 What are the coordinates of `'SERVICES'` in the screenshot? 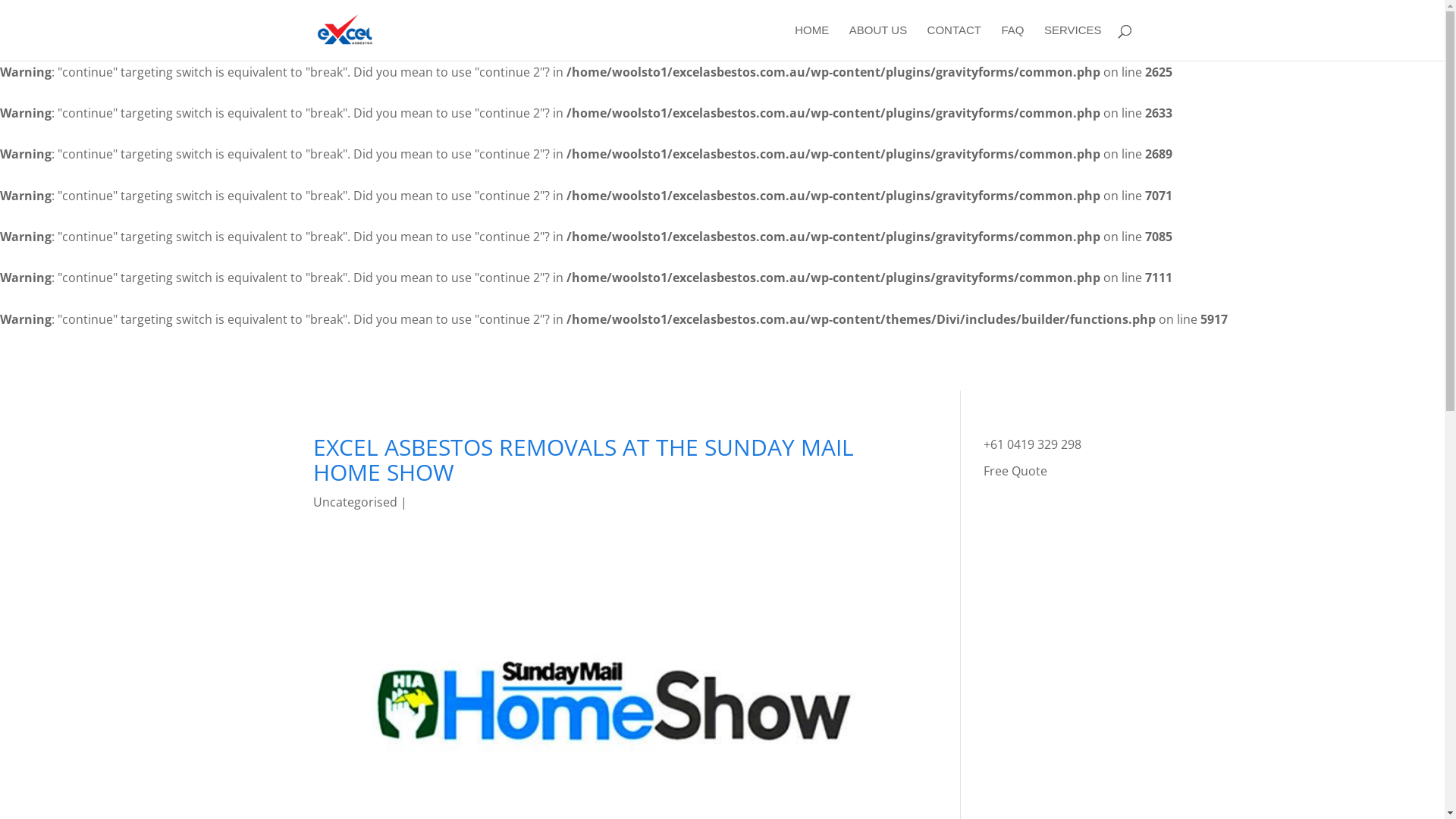 It's located at (1072, 42).